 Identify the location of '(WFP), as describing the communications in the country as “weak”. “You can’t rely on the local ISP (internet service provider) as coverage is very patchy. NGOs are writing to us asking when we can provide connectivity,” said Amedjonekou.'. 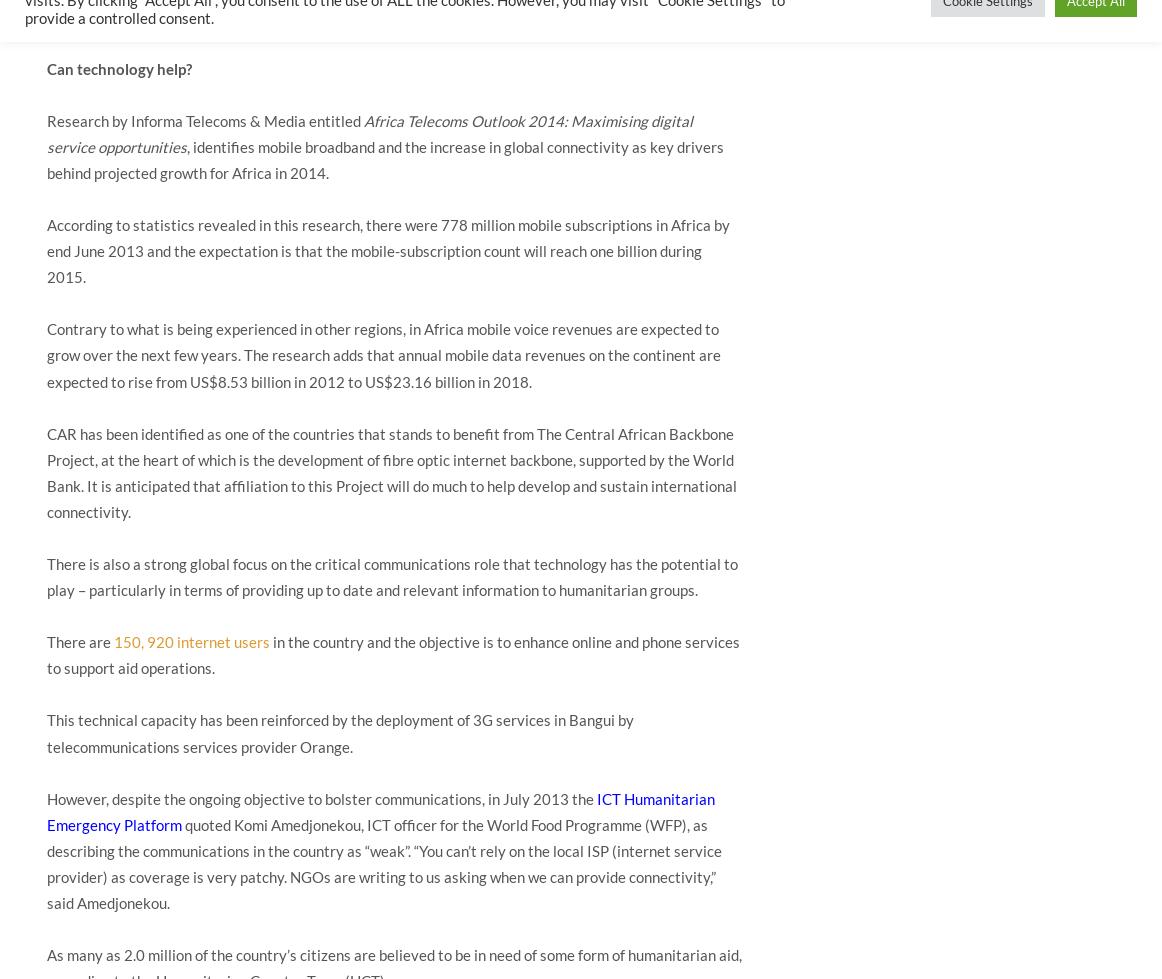
(383, 861).